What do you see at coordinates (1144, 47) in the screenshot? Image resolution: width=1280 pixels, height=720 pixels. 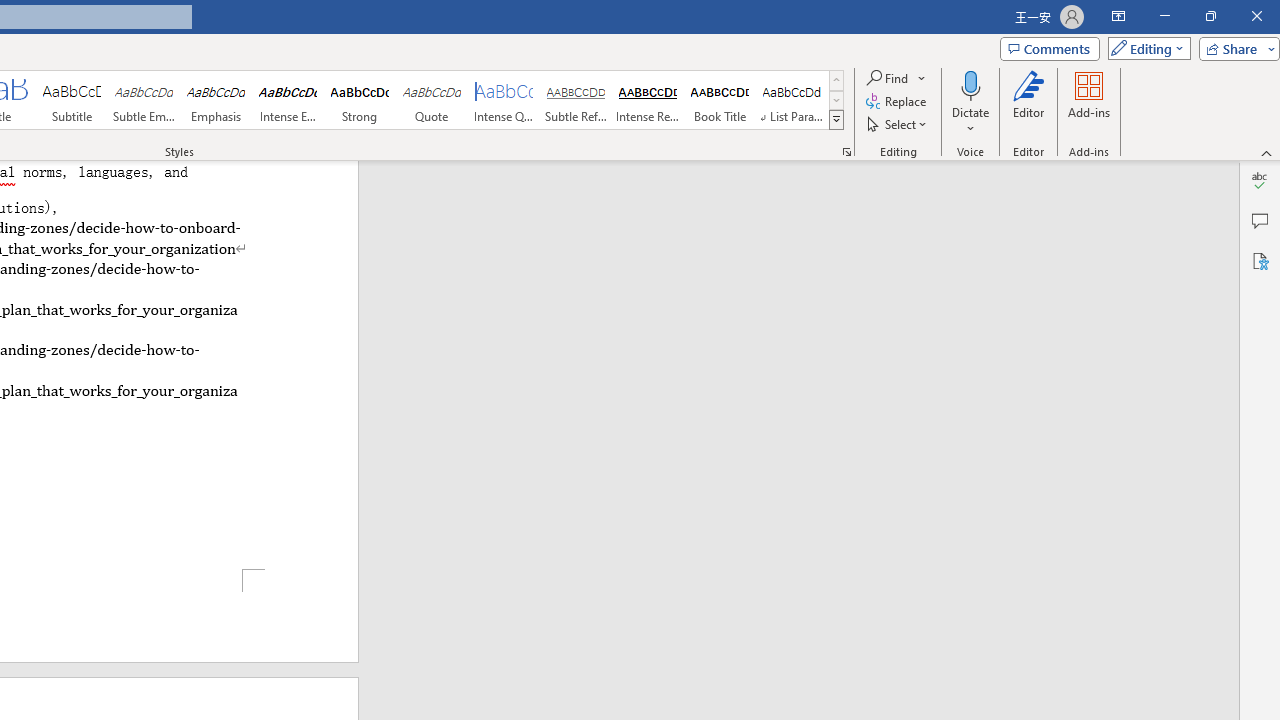 I see `'Editing'` at bounding box center [1144, 47].